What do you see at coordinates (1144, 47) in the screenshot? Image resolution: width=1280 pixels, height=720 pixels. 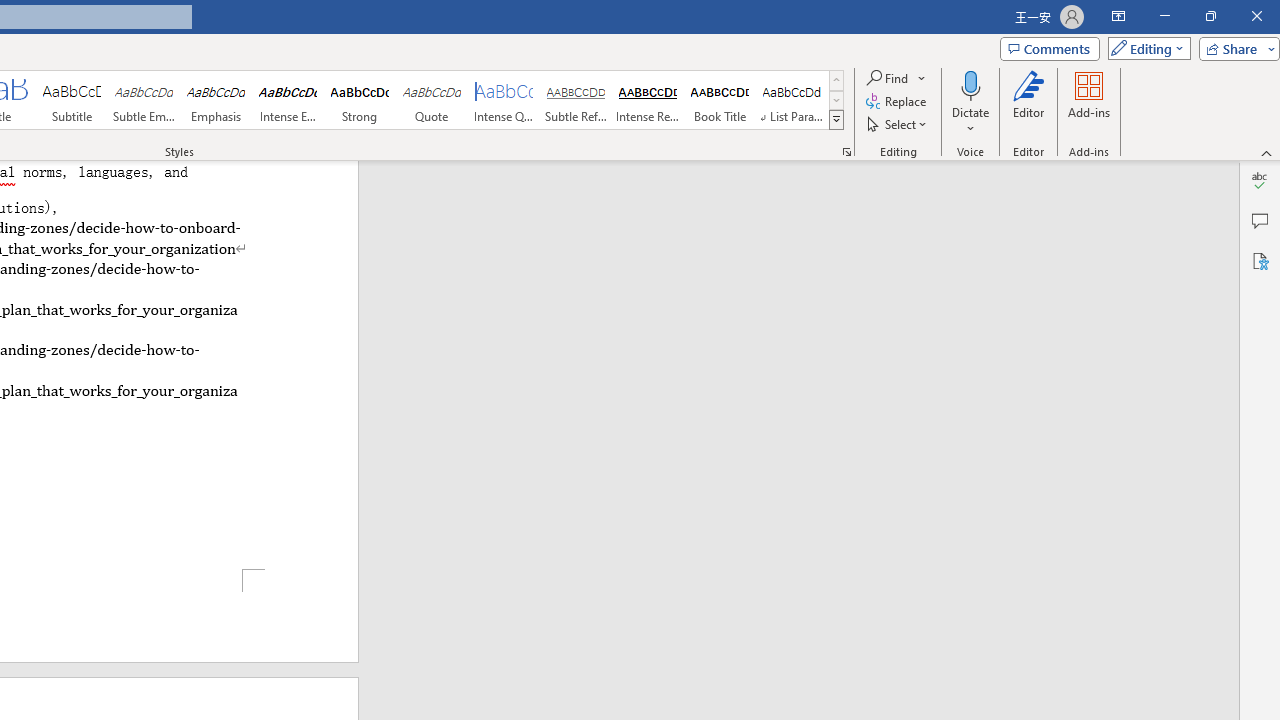 I see `'Editing'` at bounding box center [1144, 47].